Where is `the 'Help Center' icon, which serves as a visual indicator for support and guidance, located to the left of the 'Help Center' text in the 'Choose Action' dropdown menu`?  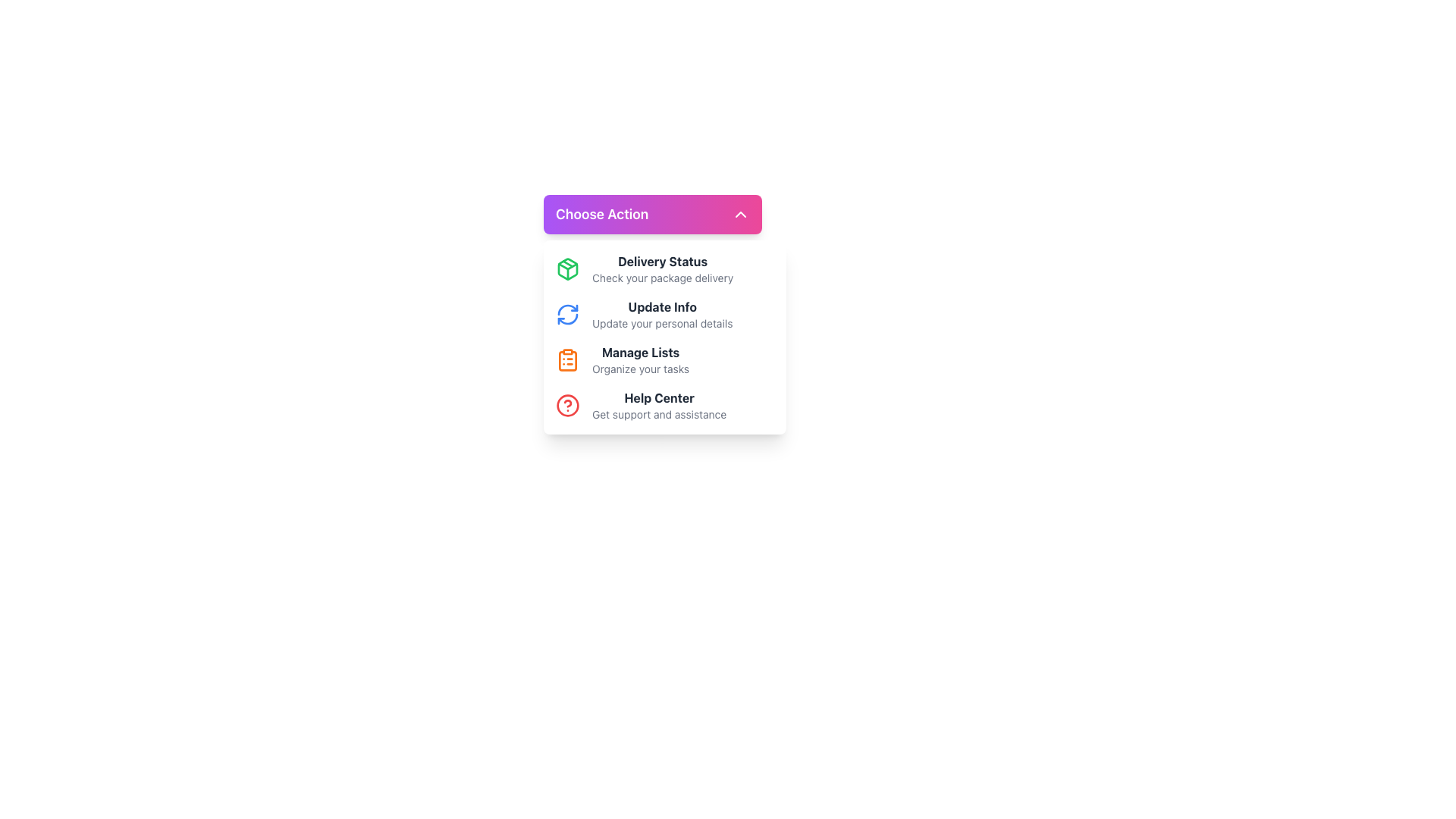
the 'Help Center' icon, which serves as a visual indicator for support and guidance, located to the left of the 'Help Center' text in the 'Choose Action' dropdown menu is located at coordinates (566, 405).